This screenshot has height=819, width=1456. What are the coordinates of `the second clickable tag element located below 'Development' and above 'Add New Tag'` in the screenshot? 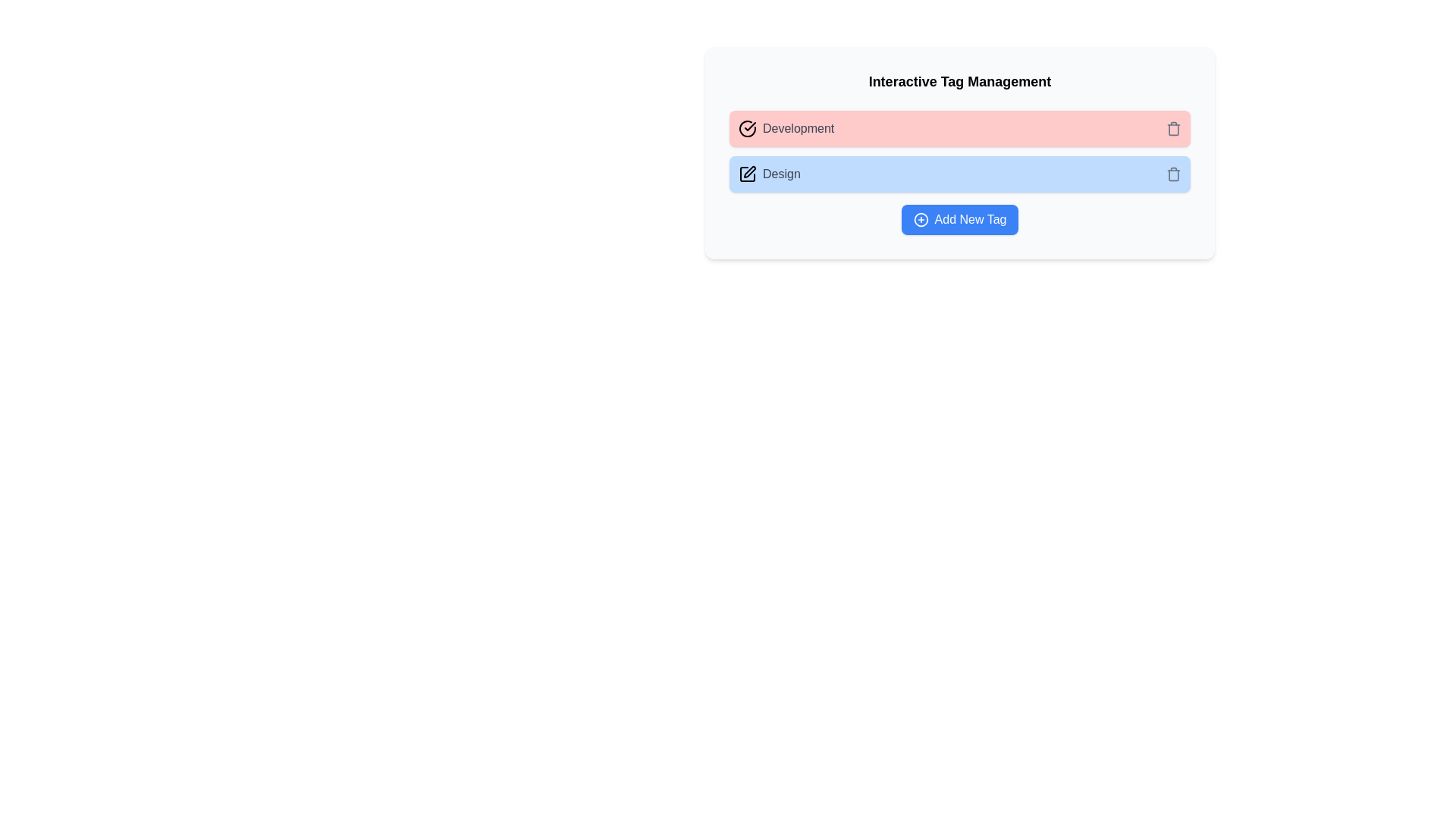 It's located at (959, 152).